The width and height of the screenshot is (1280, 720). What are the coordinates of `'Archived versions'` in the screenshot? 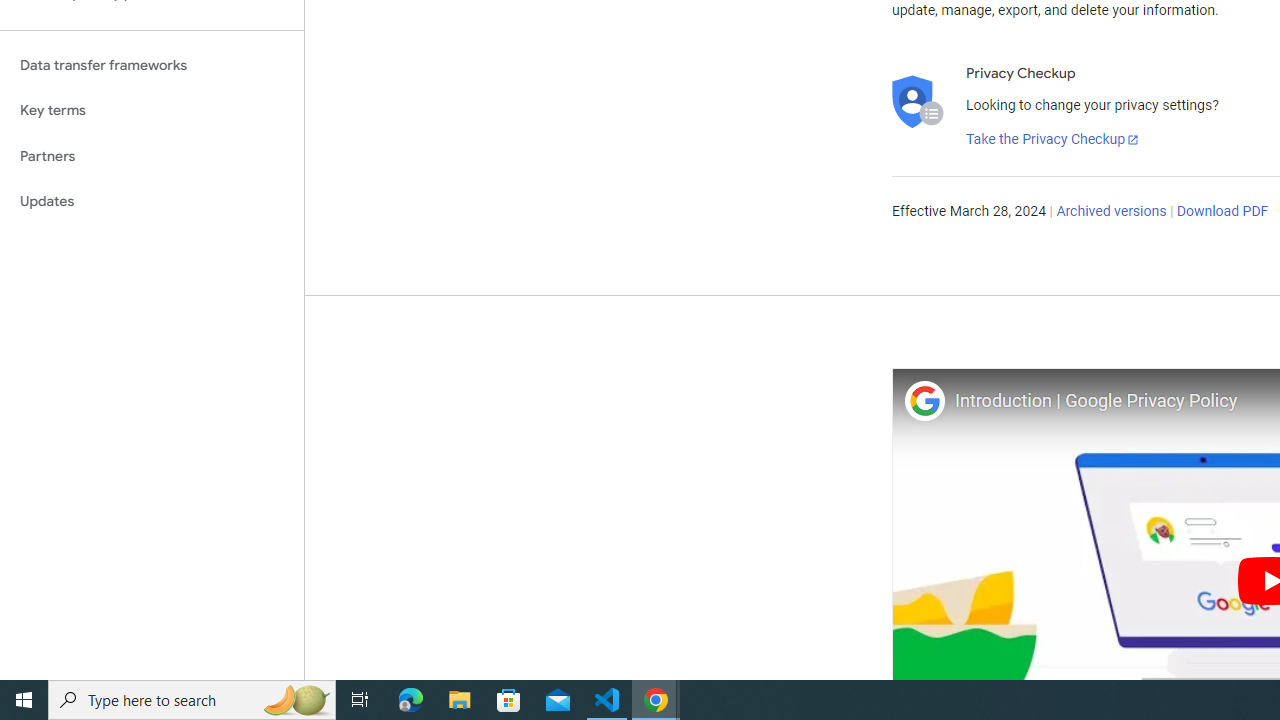 It's located at (1110, 212).